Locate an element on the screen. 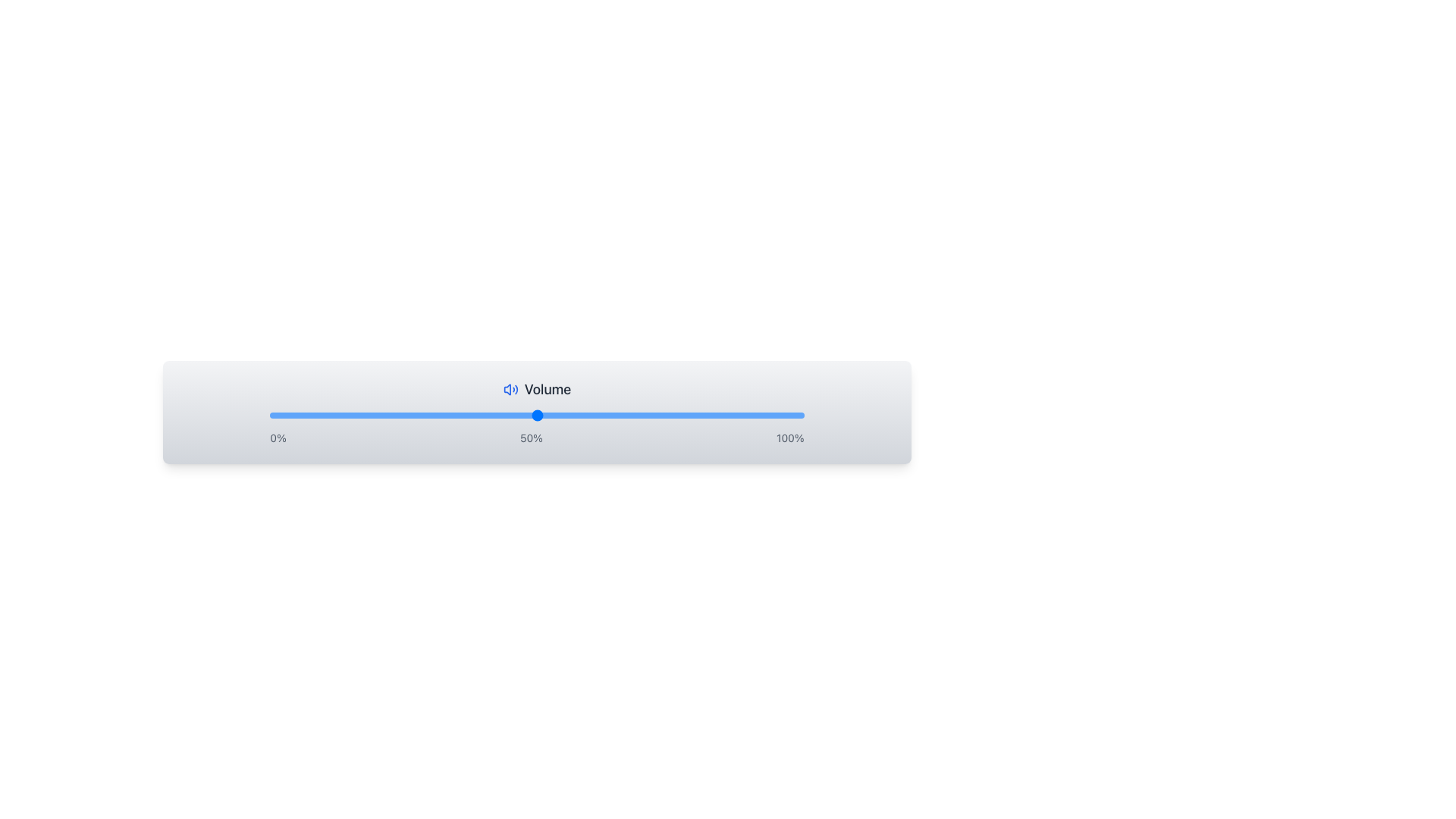 The image size is (1456, 819). the volume is located at coordinates (632, 415).